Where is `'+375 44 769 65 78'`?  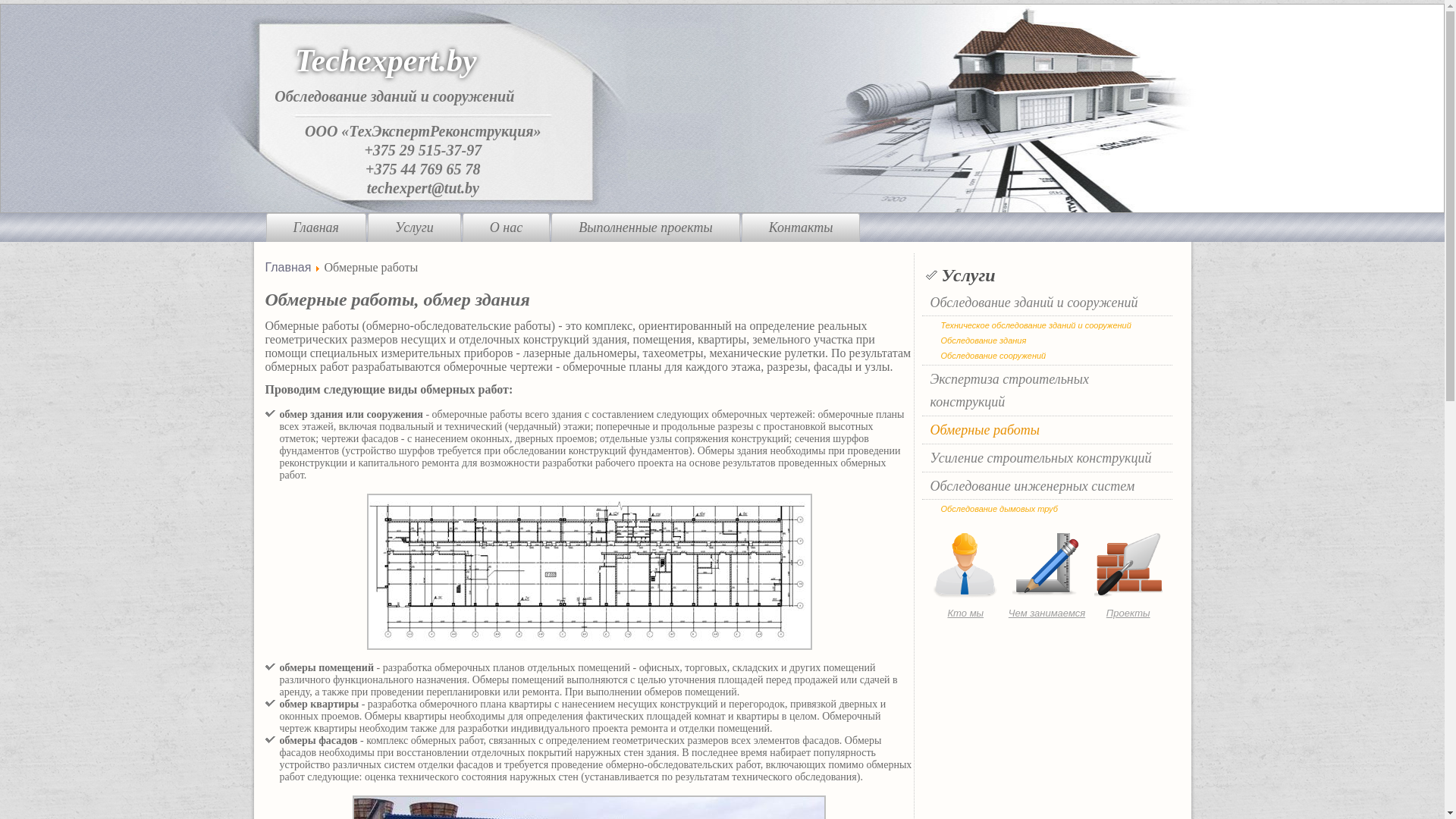 '+375 44 769 65 78' is located at coordinates (365, 169).